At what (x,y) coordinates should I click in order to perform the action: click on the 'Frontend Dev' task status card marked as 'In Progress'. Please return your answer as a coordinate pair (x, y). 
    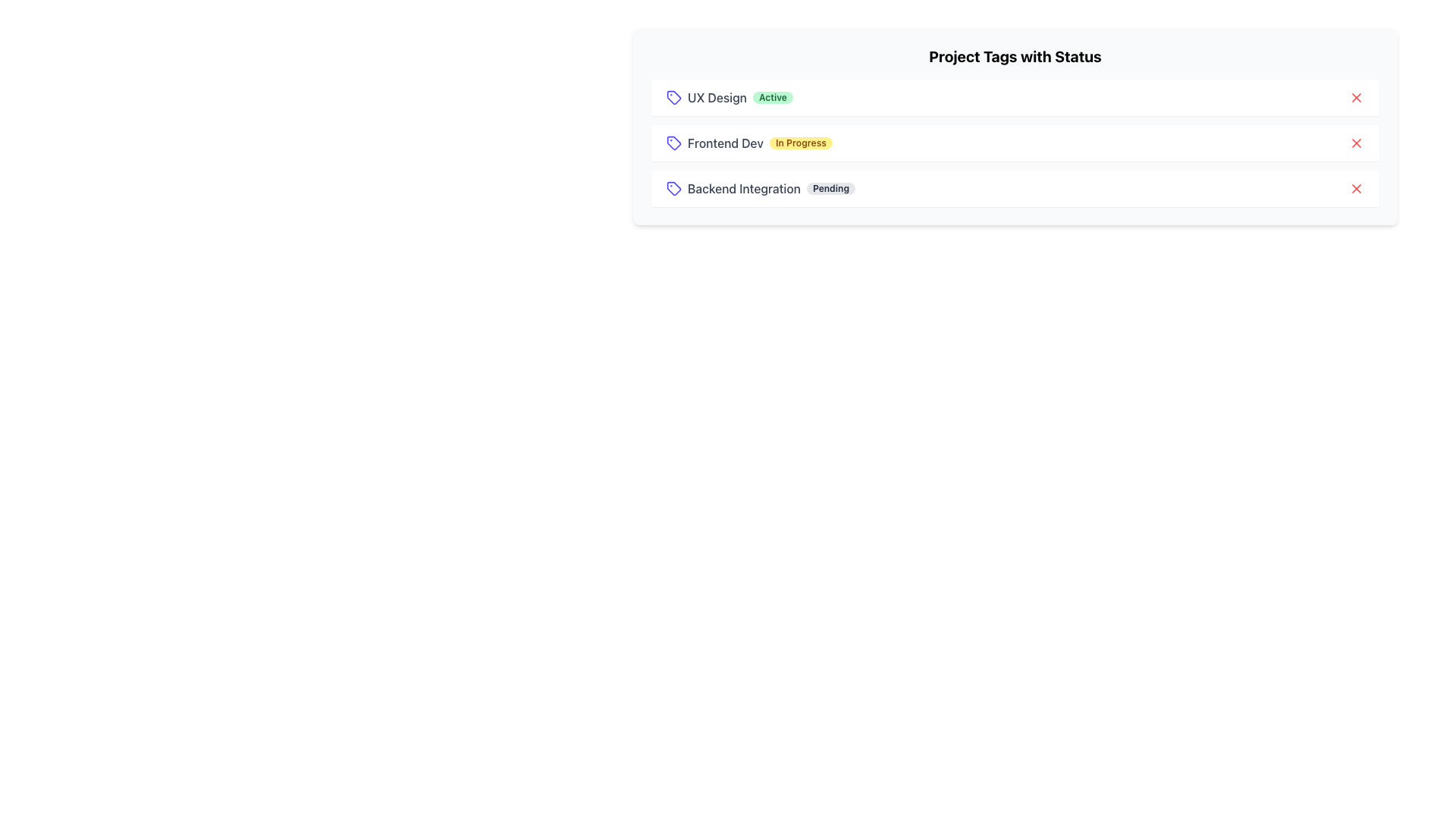
    Looking at the image, I should click on (1015, 143).